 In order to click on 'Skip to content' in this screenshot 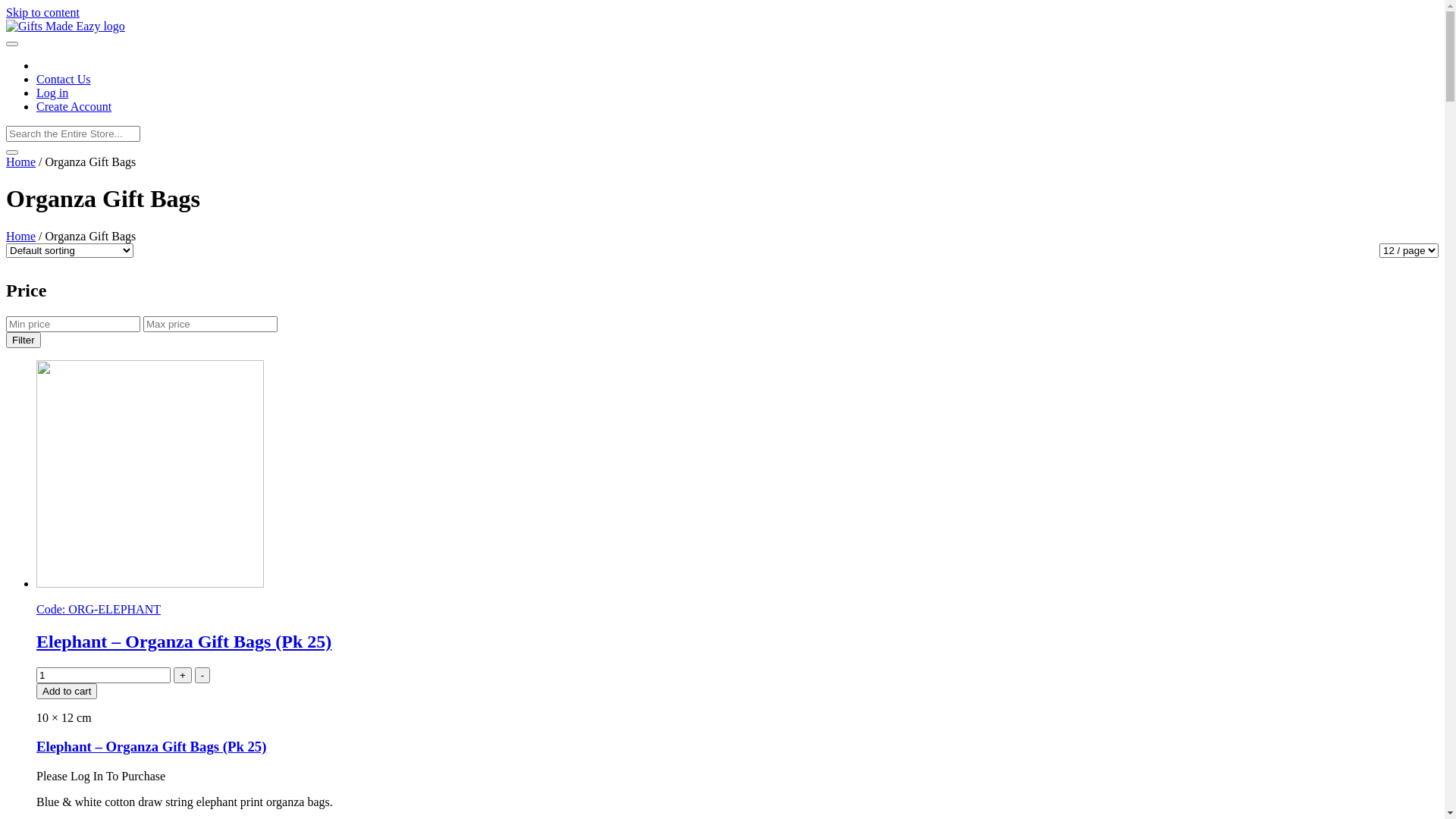, I will do `click(42, 12)`.